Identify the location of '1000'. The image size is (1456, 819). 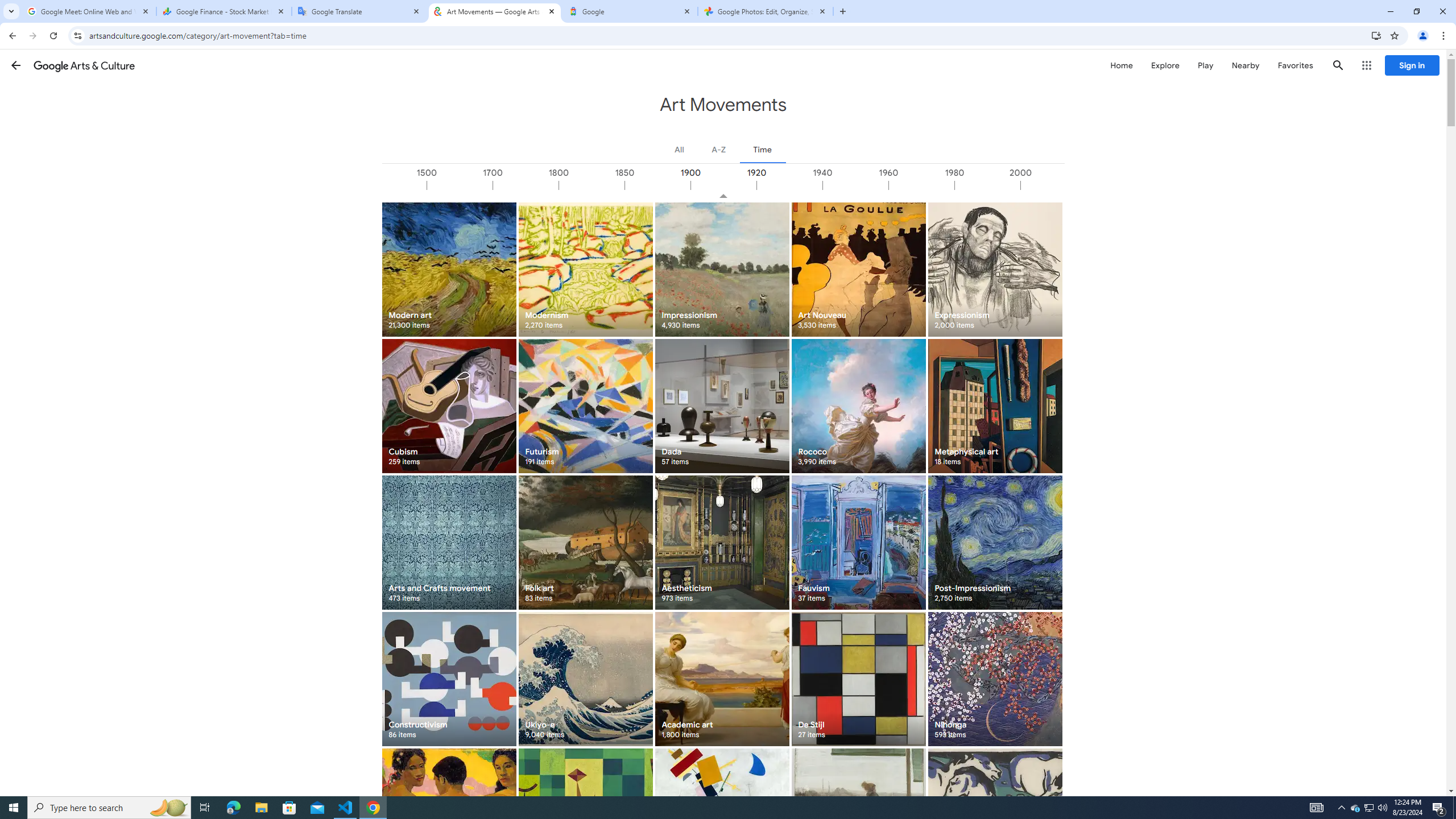
(392, 185).